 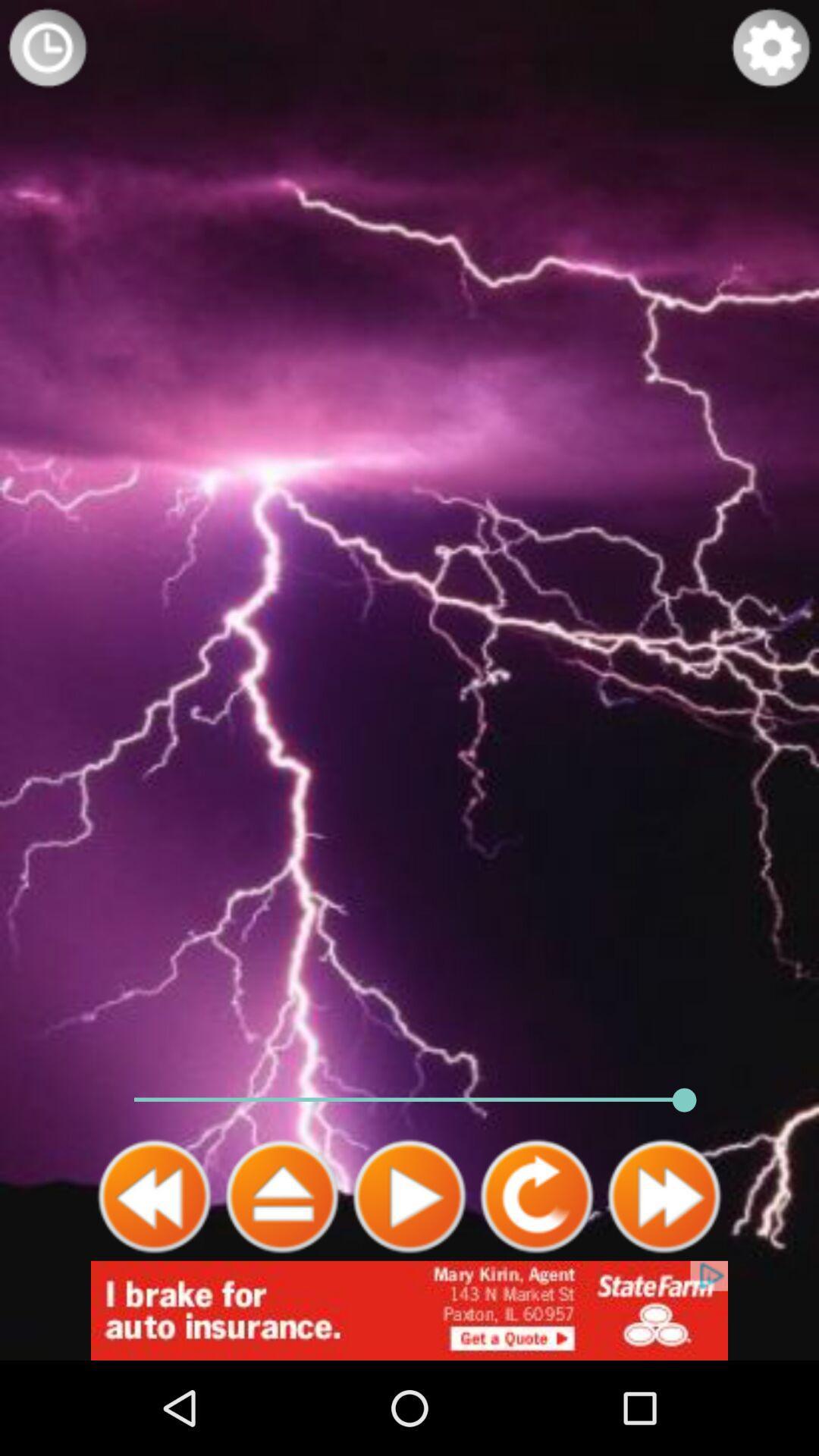 I want to click on fast forward music, so click(x=663, y=1196).